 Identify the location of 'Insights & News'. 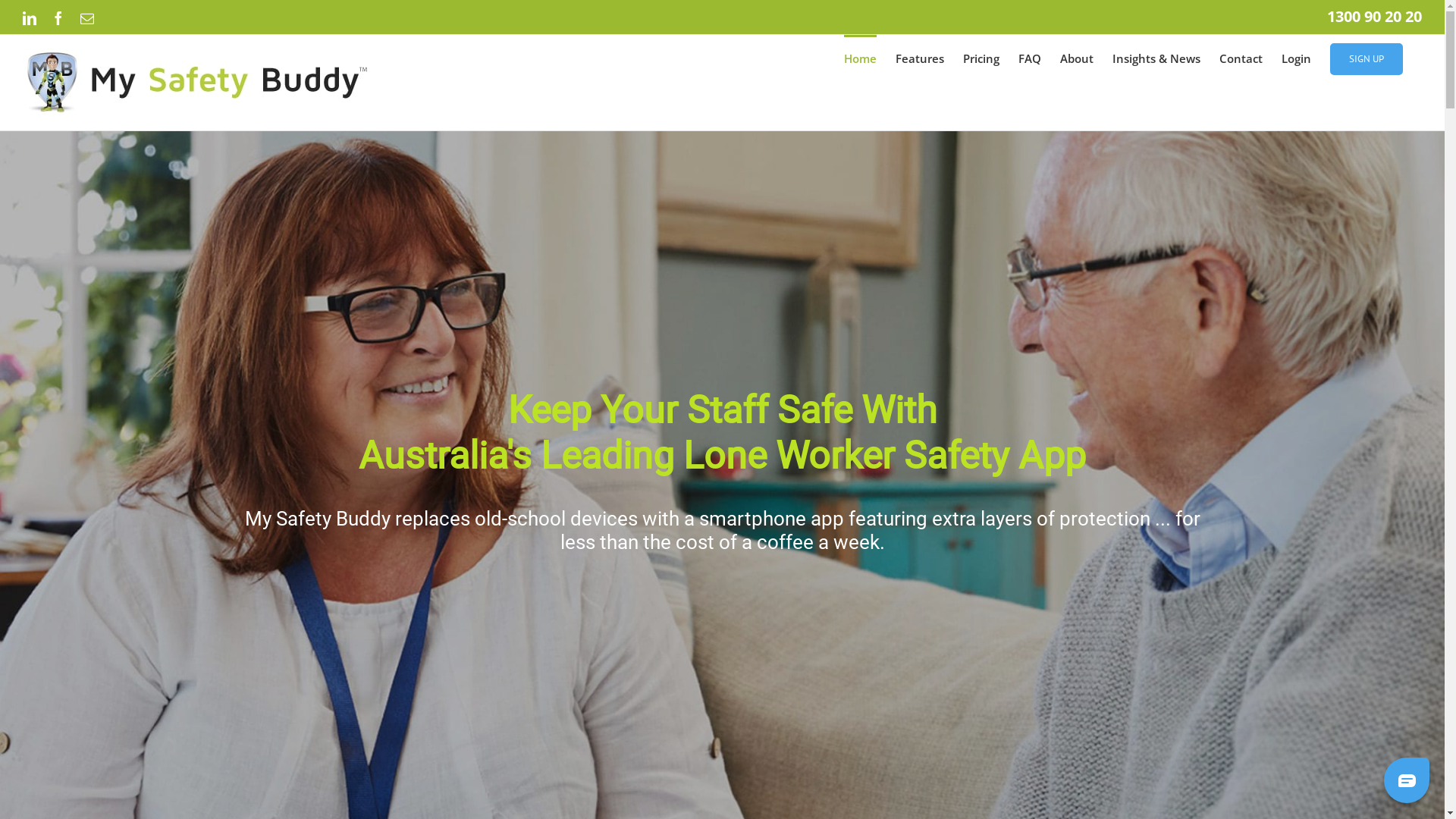
(1156, 57).